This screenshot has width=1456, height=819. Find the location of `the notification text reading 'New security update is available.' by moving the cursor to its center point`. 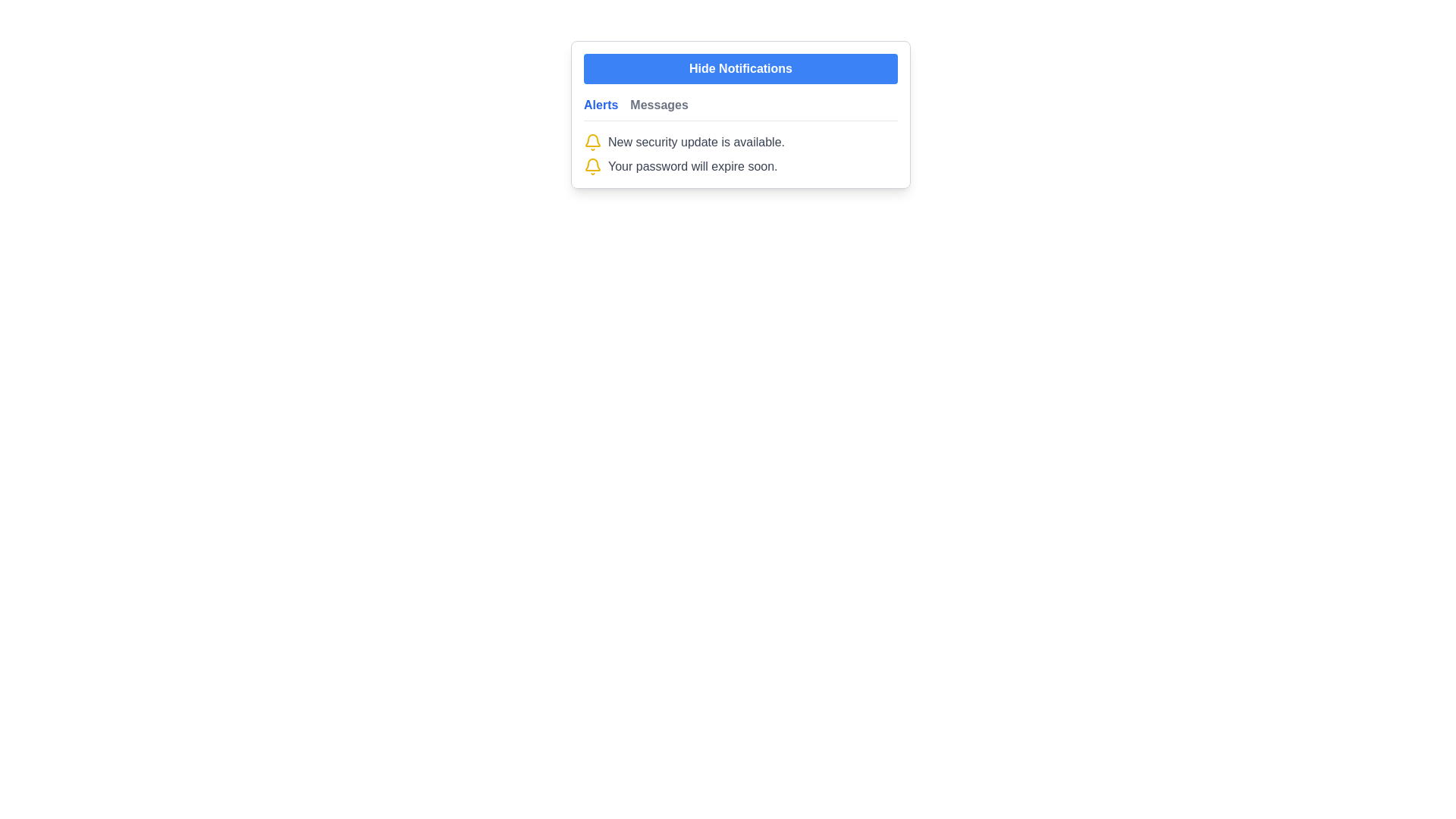

the notification text reading 'New security update is available.' by moving the cursor to its center point is located at coordinates (741, 143).